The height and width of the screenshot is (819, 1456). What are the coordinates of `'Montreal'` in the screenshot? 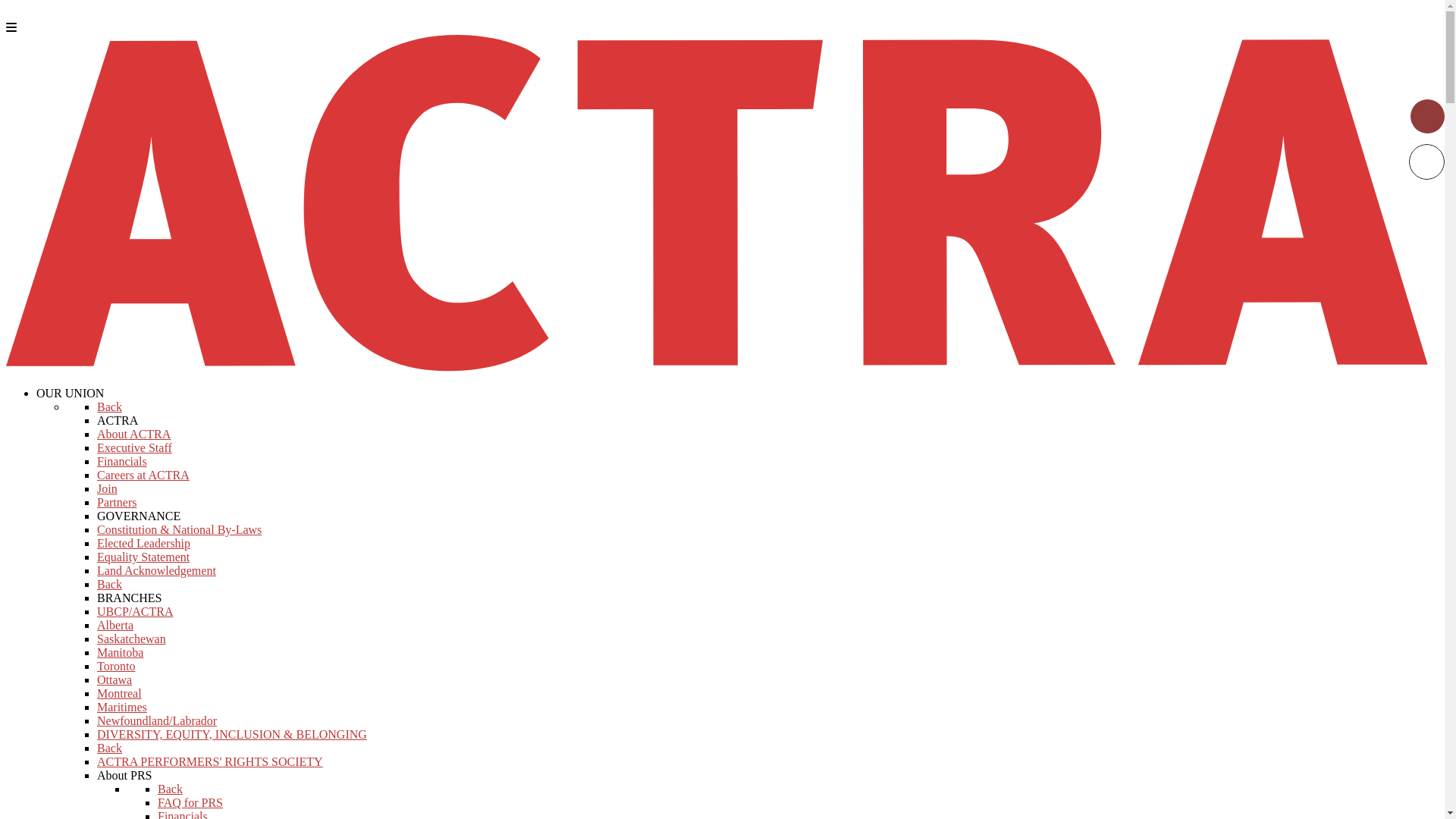 It's located at (96, 693).